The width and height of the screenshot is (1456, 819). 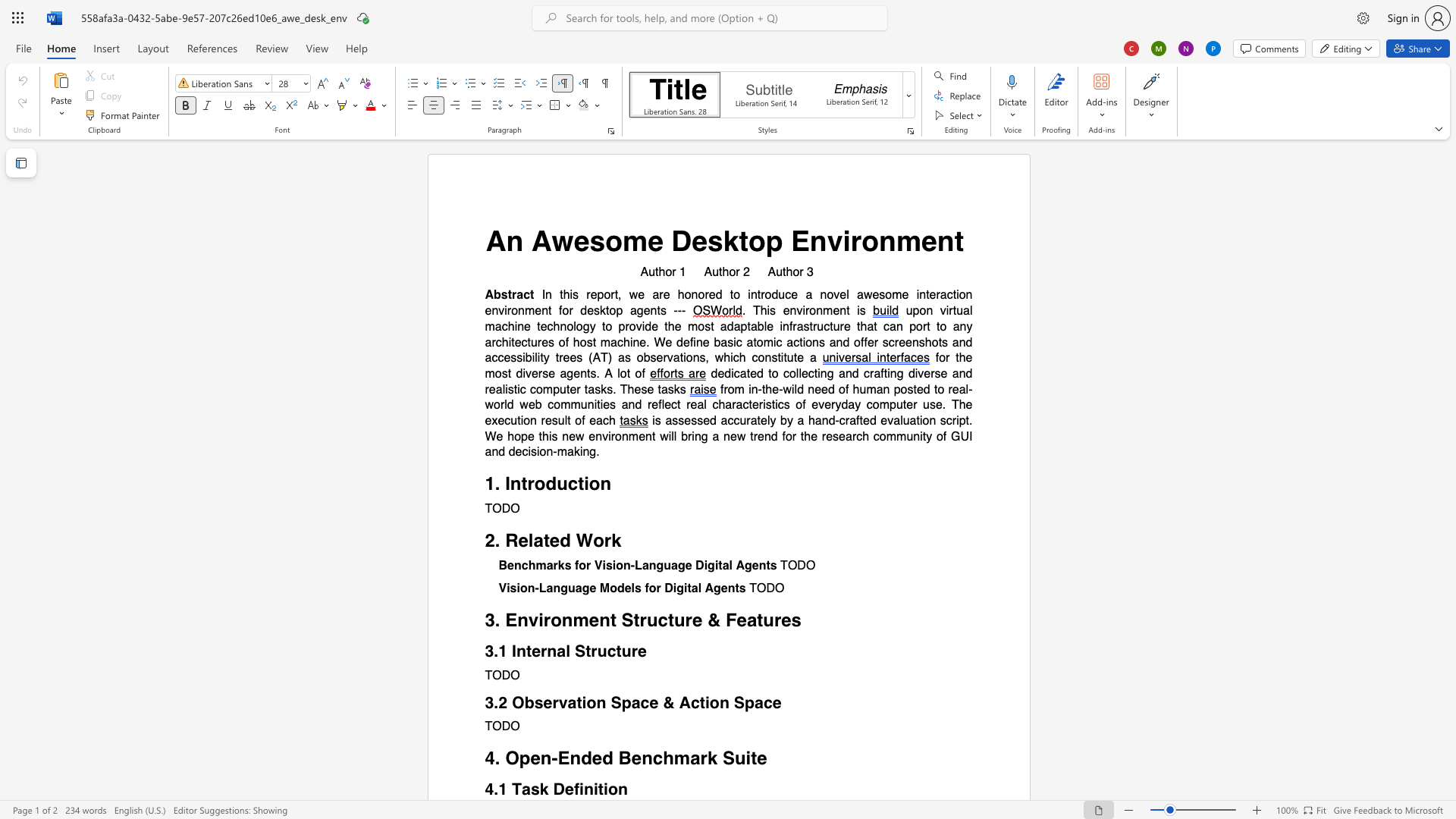 What do you see at coordinates (798, 373) in the screenshot?
I see `the subset text "lecting and crafting diverse and realistic computer tasks. T" within the text "dedicated to collecting and crafting diverse and realistic computer tasks. These tasks"` at bounding box center [798, 373].